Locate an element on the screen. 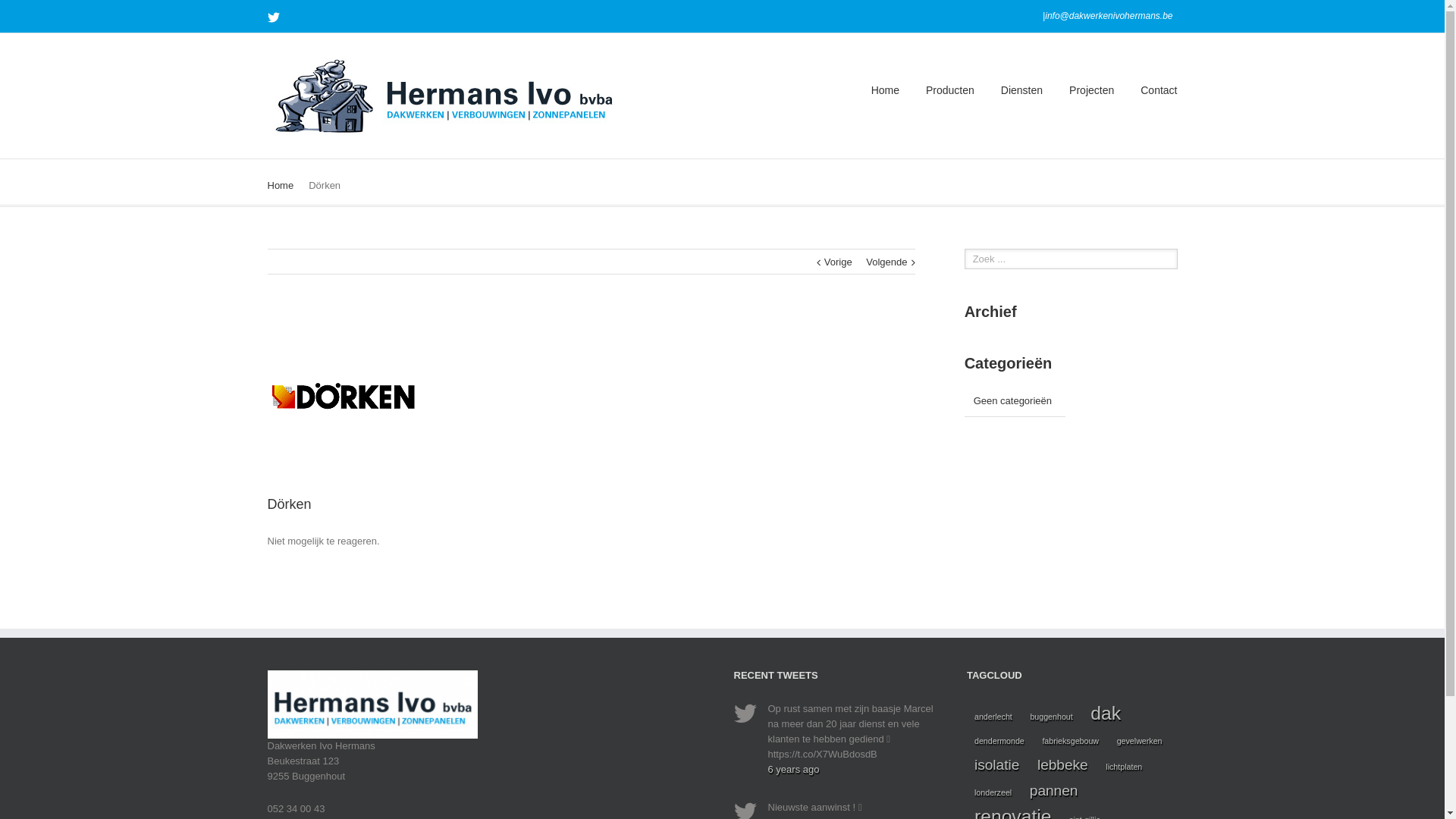 This screenshot has height=819, width=1456. 'Volgende' is located at coordinates (886, 262).